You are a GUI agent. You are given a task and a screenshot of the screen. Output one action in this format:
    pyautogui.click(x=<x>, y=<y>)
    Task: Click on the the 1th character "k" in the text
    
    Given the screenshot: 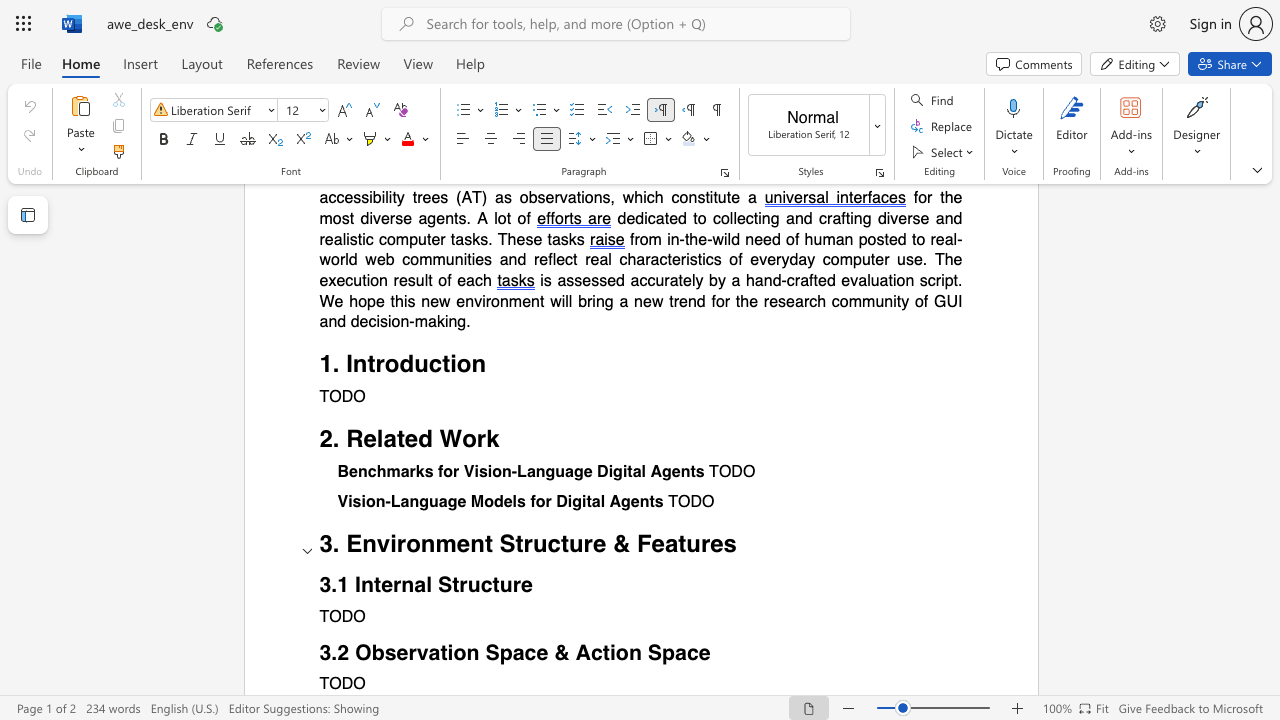 What is the action you would take?
    pyautogui.click(x=492, y=438)
    